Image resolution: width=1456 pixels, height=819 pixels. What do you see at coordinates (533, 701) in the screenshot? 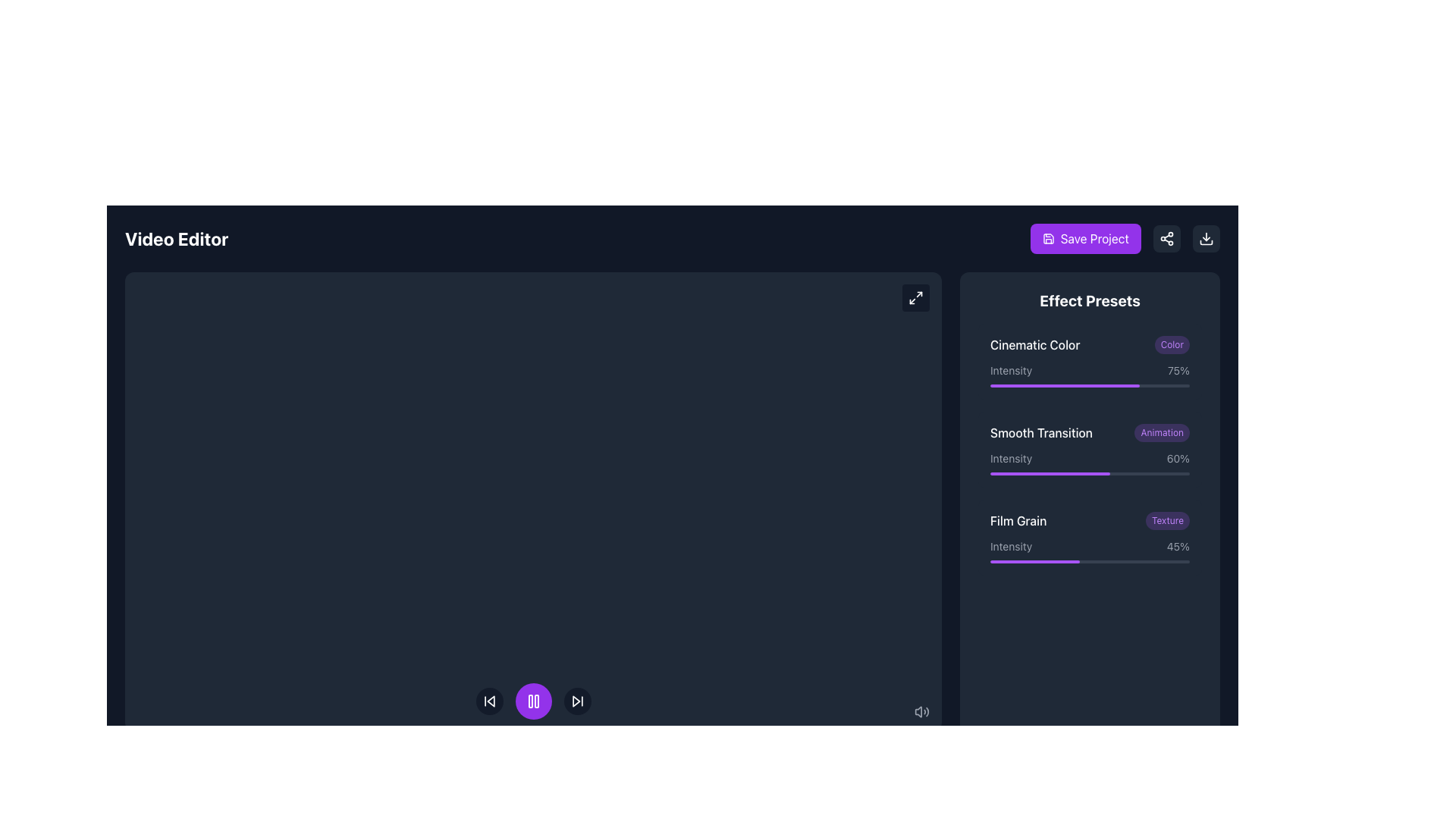
I see `the purple circular button with a white pause icon` at bounding box center [533, 701].